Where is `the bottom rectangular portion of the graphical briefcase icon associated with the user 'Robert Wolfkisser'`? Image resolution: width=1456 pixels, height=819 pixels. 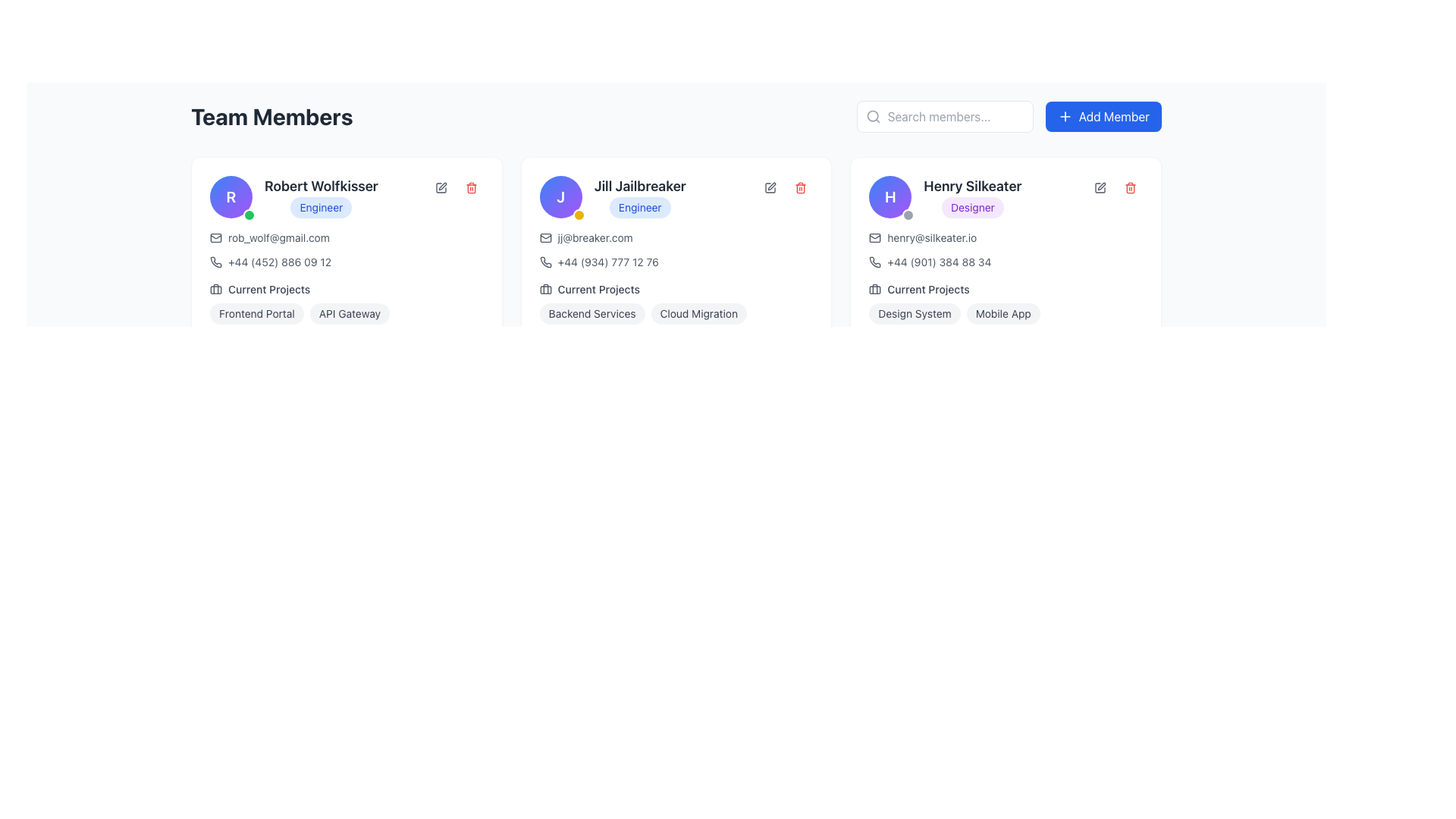
the bottom rectangular portion of the graphical briefcase icon associated with the user 'Robert Wolfkisser' is located at coordinates (215, 289).